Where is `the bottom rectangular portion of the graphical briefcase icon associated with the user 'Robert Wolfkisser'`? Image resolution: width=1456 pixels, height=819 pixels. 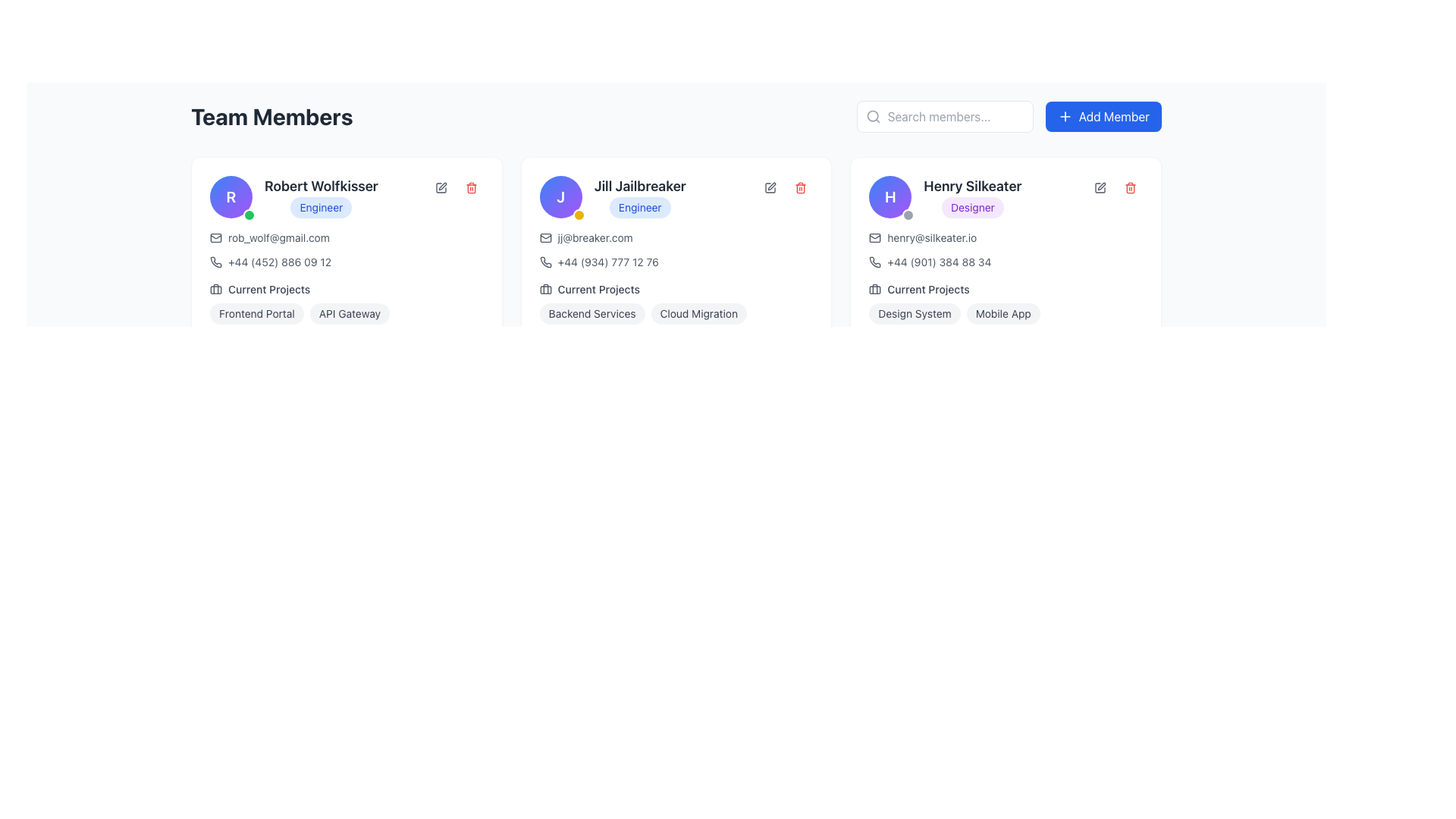
the bottom rectangular portion of the graphical briefcase icon associated with the user 'Robert Wolfkisser' is located at coordinates (215, 289).